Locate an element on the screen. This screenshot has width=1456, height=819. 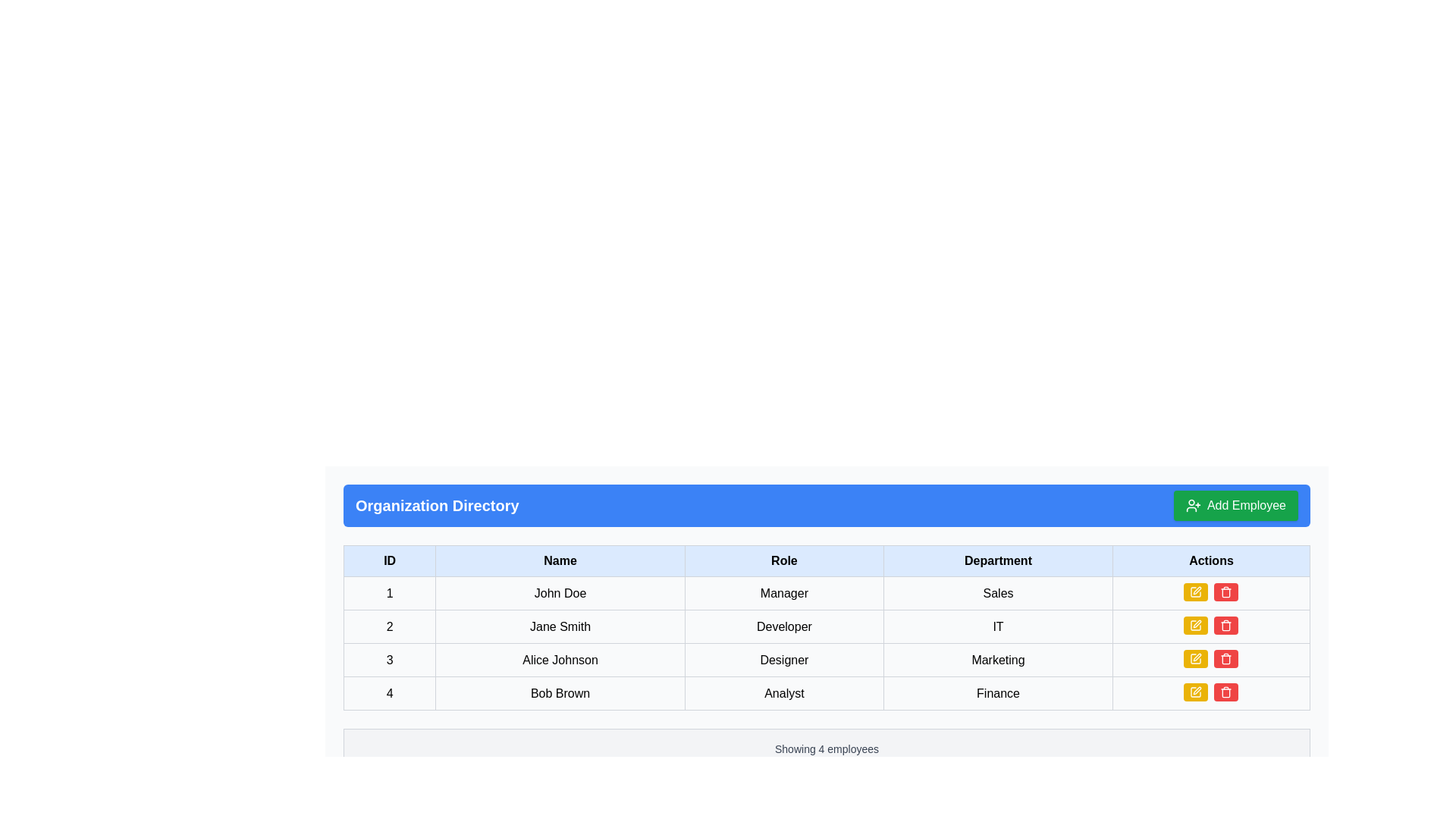
the delete icon within the red button in the 'Actions' column of the table row for 'Alice Johnson' in the 'Organization Directory' section is located at coordinates (1226, 657).